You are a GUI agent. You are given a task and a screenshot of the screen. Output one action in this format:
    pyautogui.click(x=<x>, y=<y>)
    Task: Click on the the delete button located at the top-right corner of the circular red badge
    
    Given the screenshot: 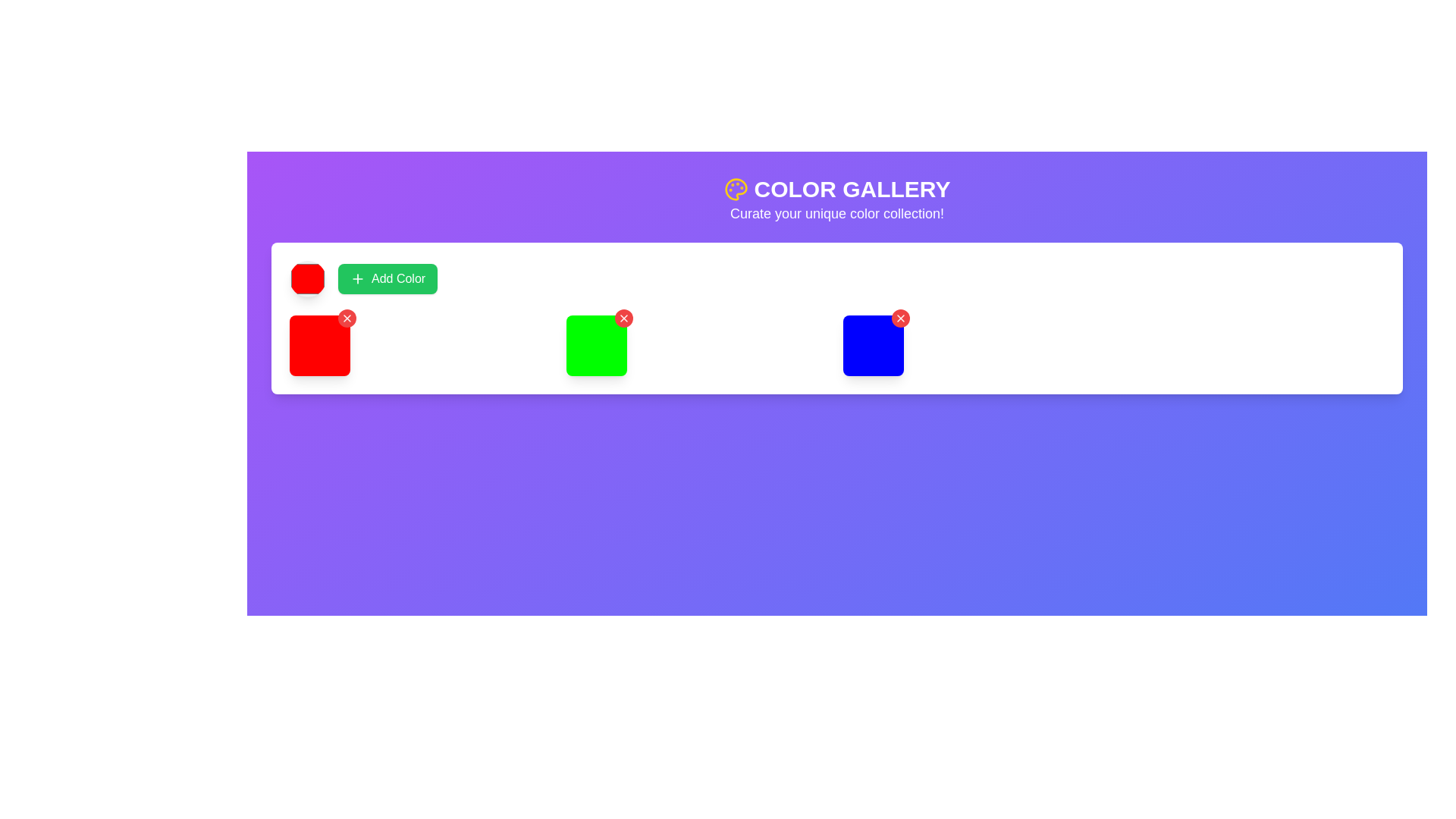 What is the action you would take?
    pyautogui.click(x=346, y=318)
    